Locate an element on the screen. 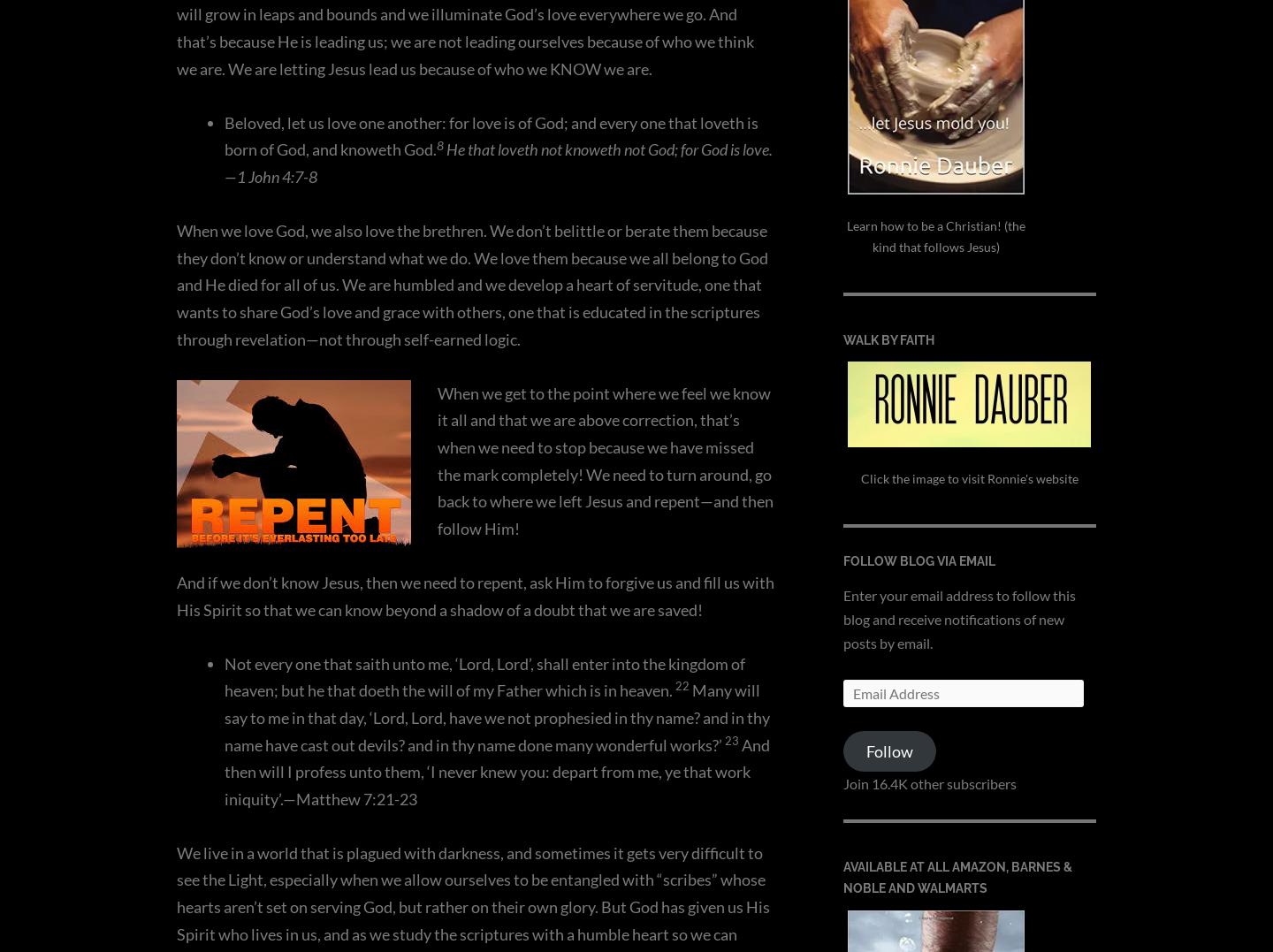 The height and width of the screenshot is (952, 1273). 'And if we don’t know Jesus, then we need to repent, ask Him to forgive us and fill us with His Spirit so that we can know beyond a shadow of a doubt that we are saved!' is located at coordinates (474, 594).